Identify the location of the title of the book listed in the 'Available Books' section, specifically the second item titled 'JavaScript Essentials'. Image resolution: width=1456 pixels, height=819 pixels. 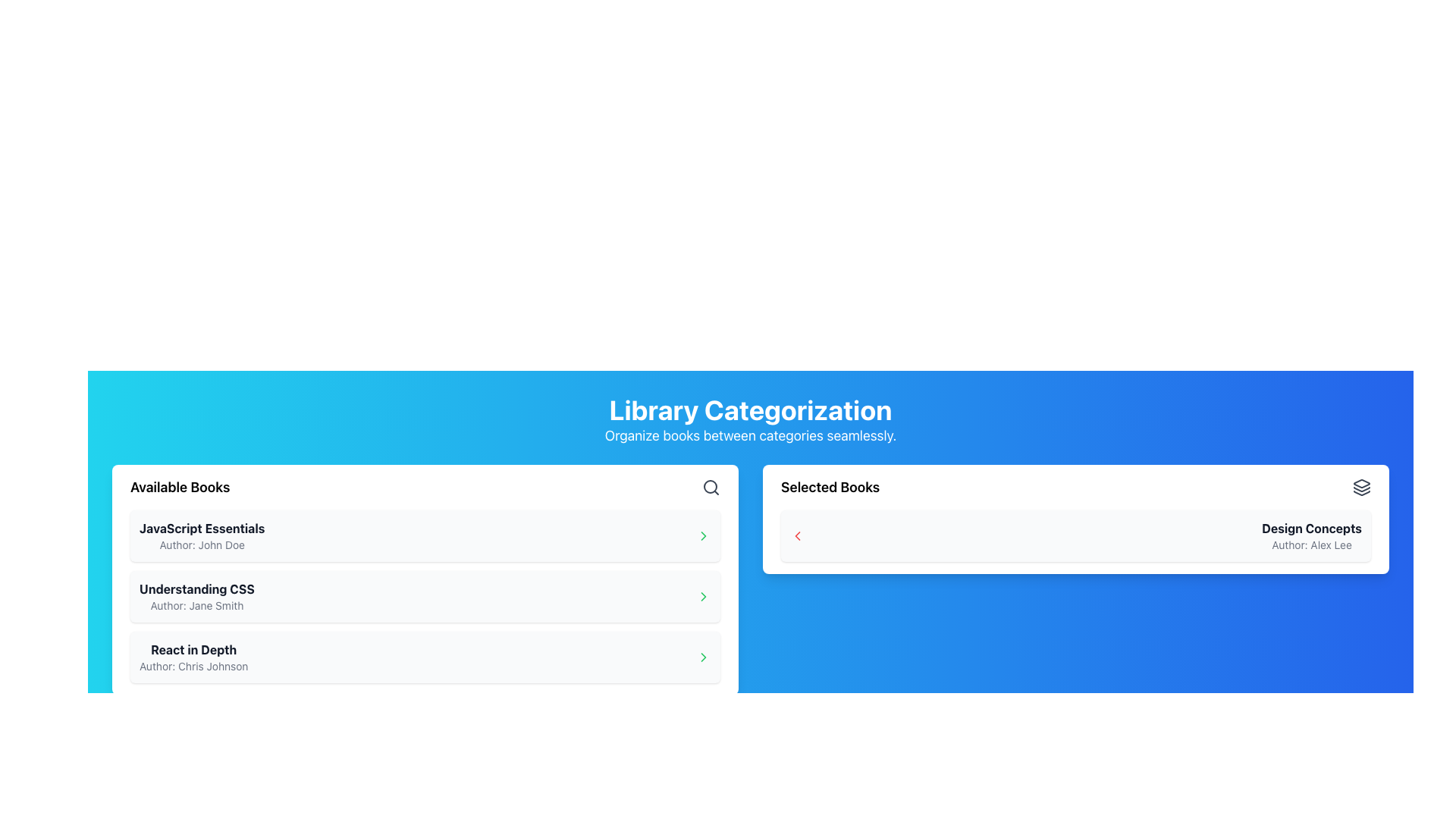
(196, 588).